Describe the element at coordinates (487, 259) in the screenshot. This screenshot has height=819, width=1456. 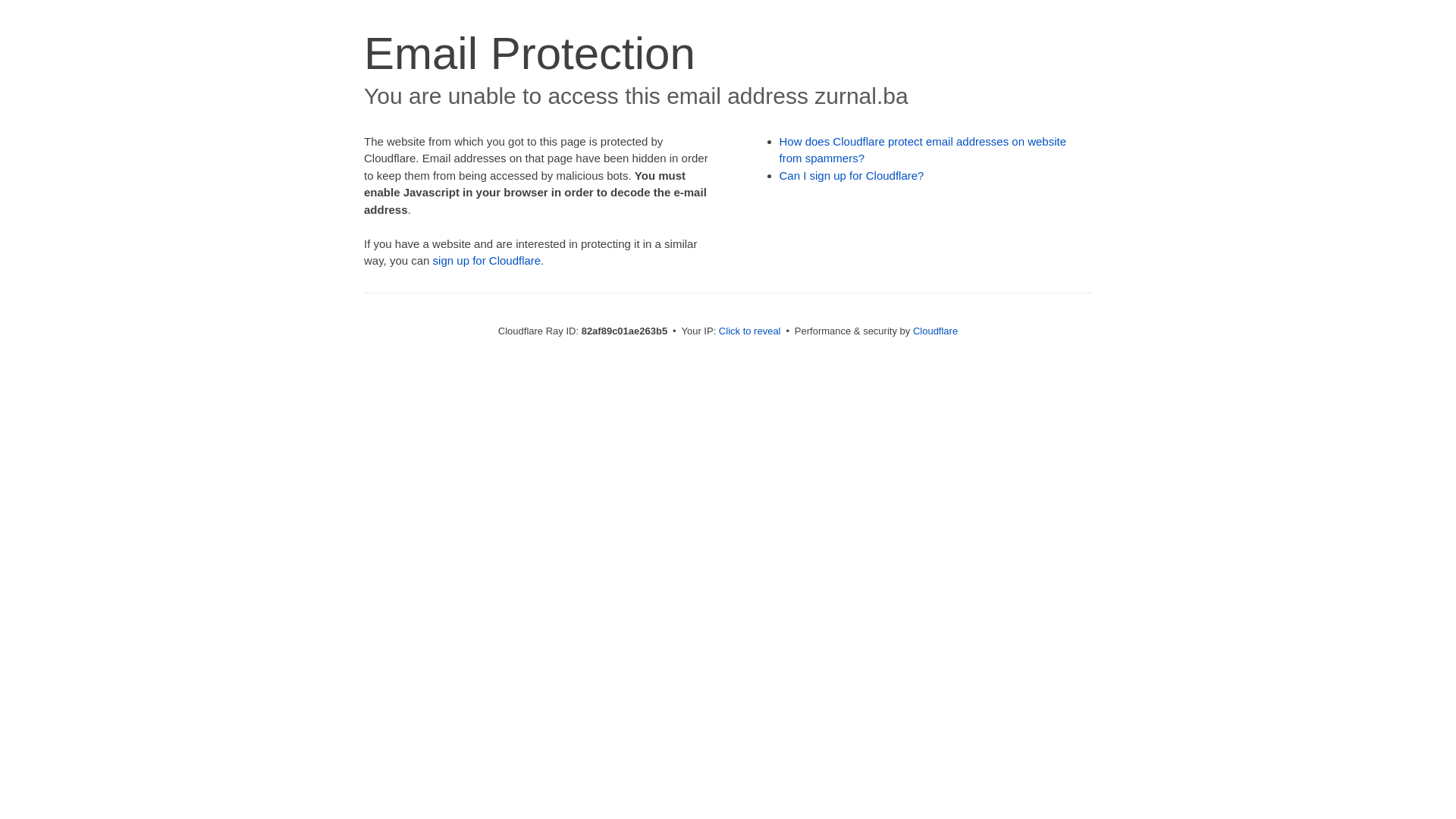
I see `'sign up for Cloudflare'` at that location.